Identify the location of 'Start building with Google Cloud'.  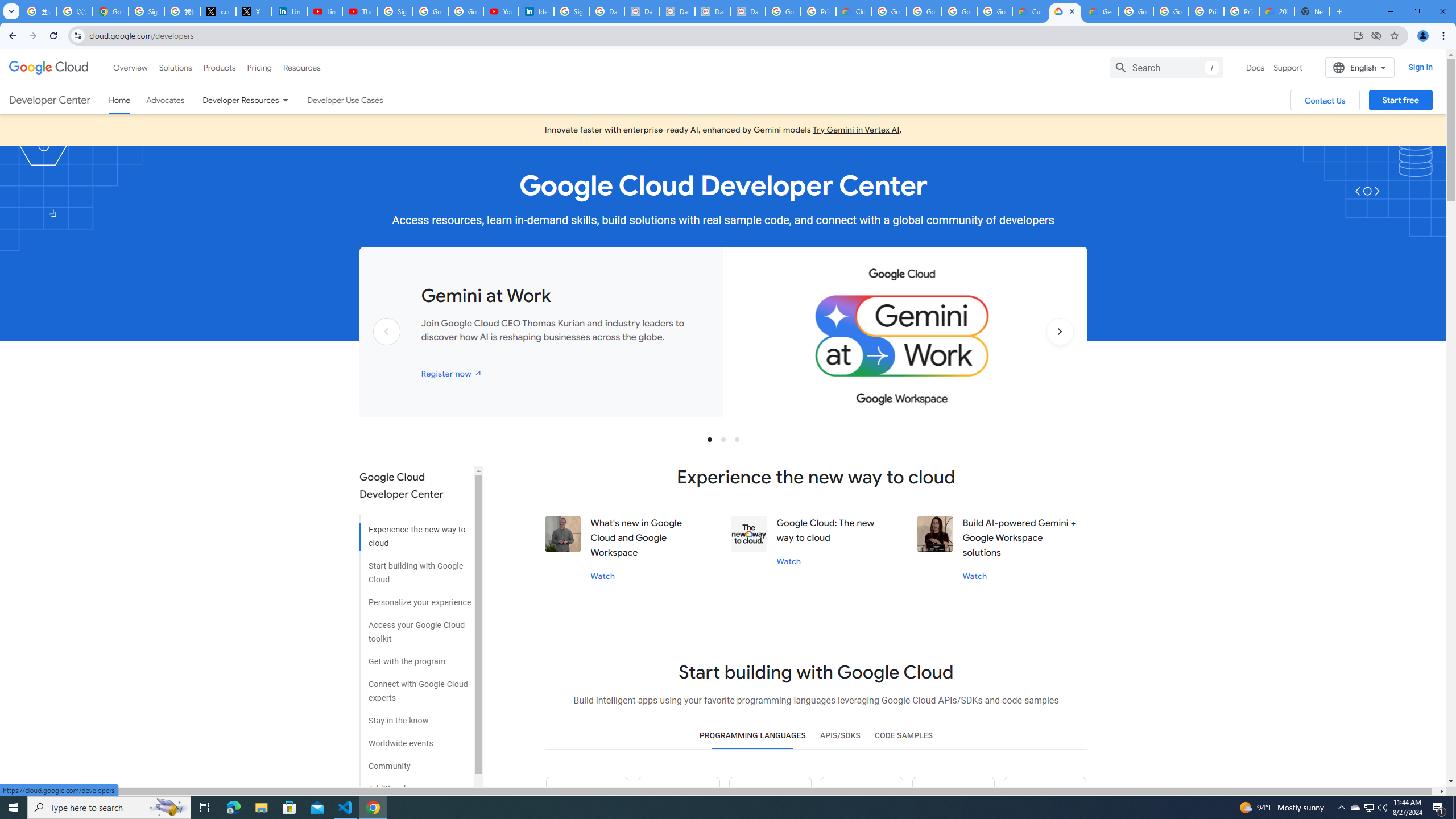
(415, 568).